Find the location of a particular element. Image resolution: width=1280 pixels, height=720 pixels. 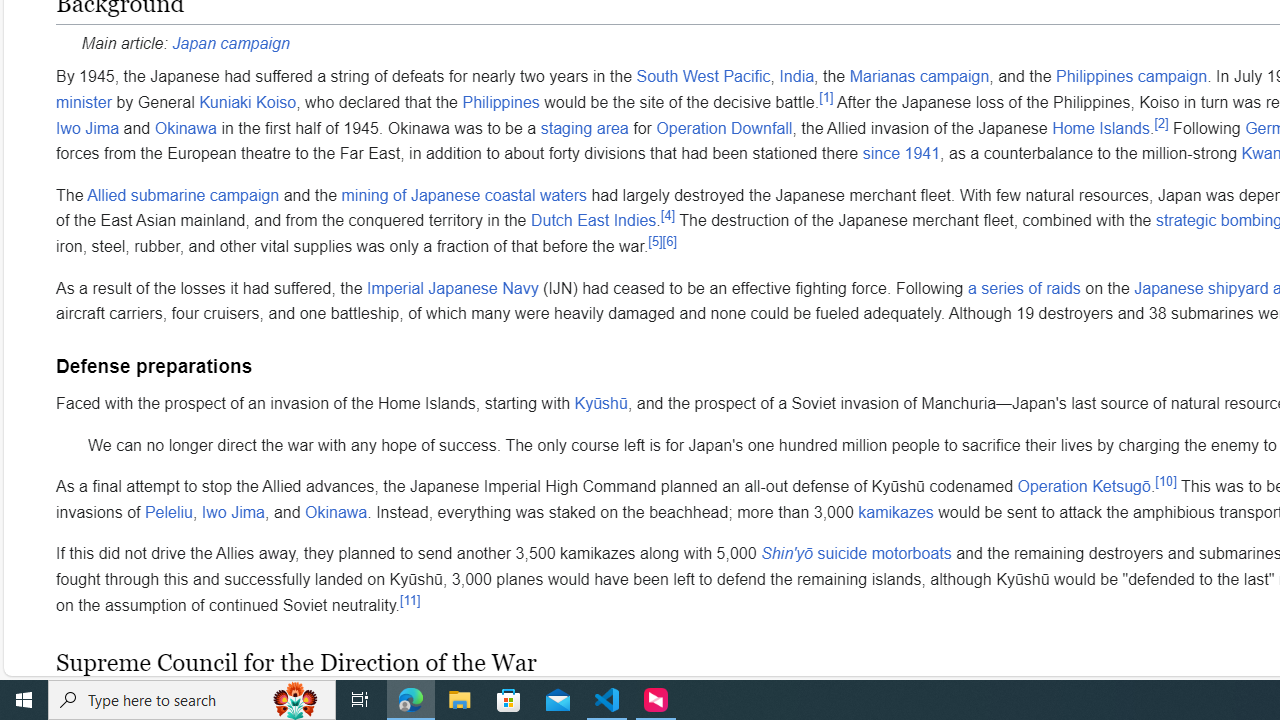

'Marianas campaign' is located at coordinates (918, 75).